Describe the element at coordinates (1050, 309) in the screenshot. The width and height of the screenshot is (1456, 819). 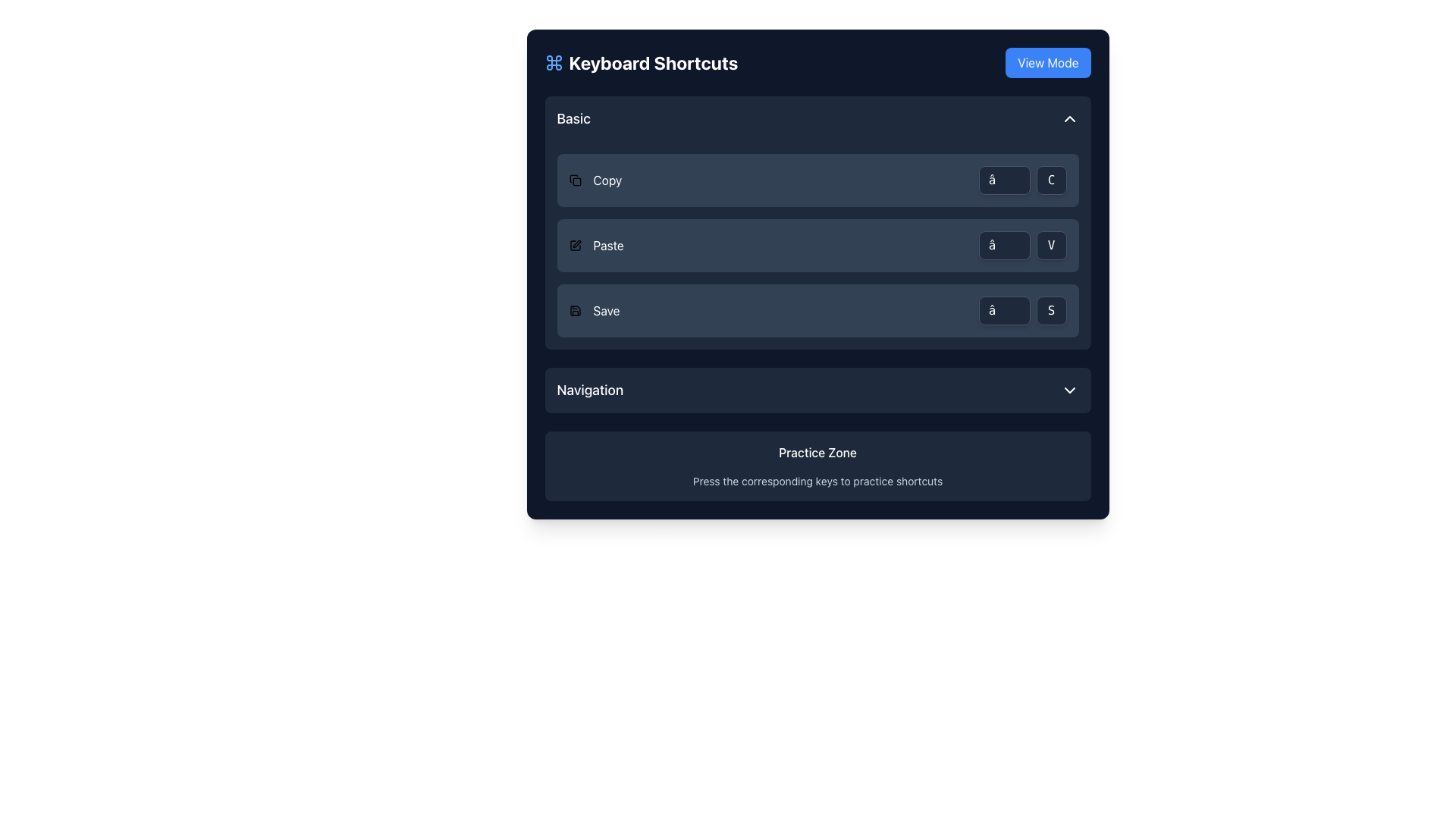
I see `the dark slate rectangular button with a white 'S' character, located in the 'Save' row as the second button in a pair` at that location.